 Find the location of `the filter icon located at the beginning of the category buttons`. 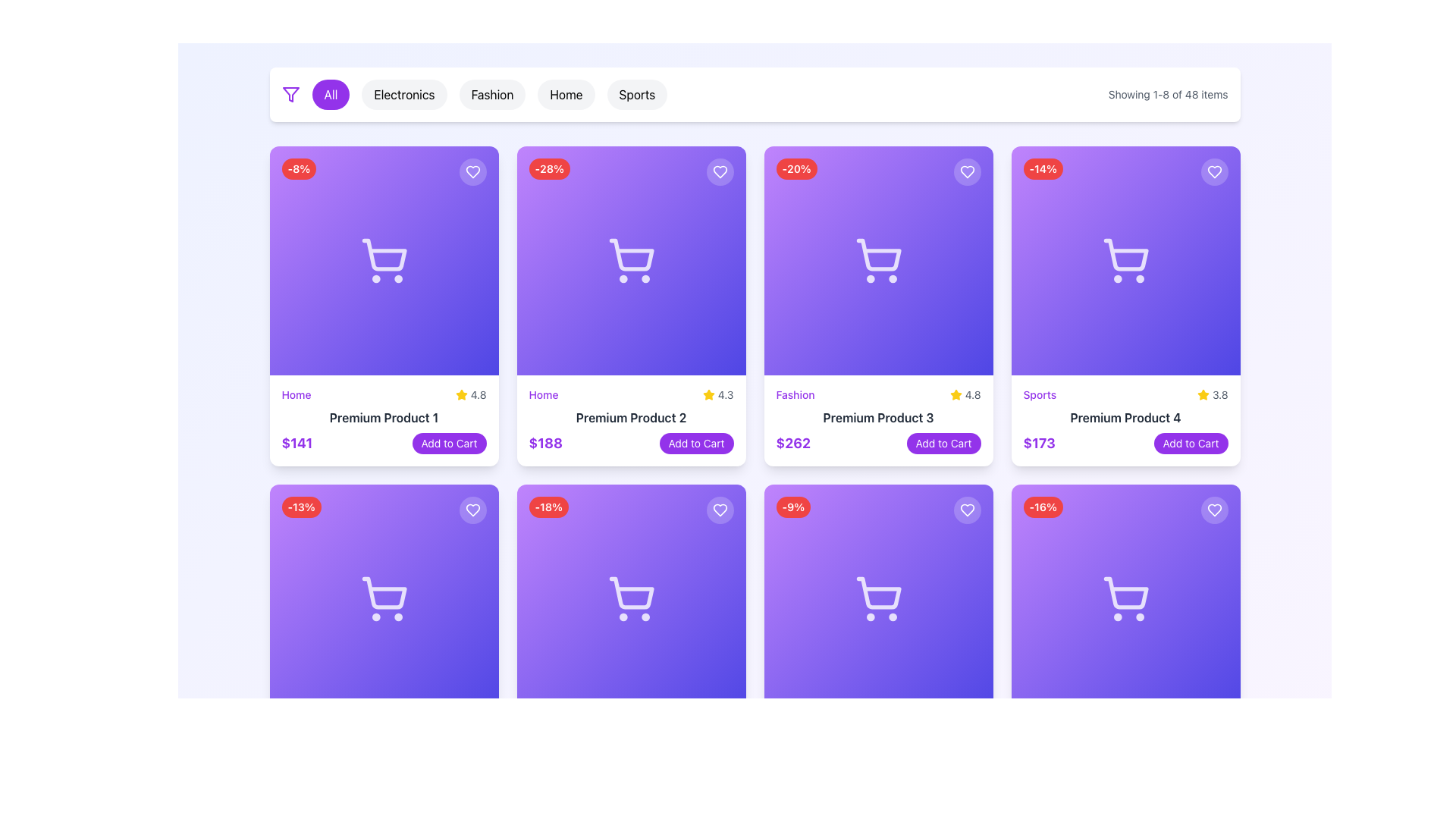

the filter icon located at the beginning of the category buttons is located at coordinates (290, 94).